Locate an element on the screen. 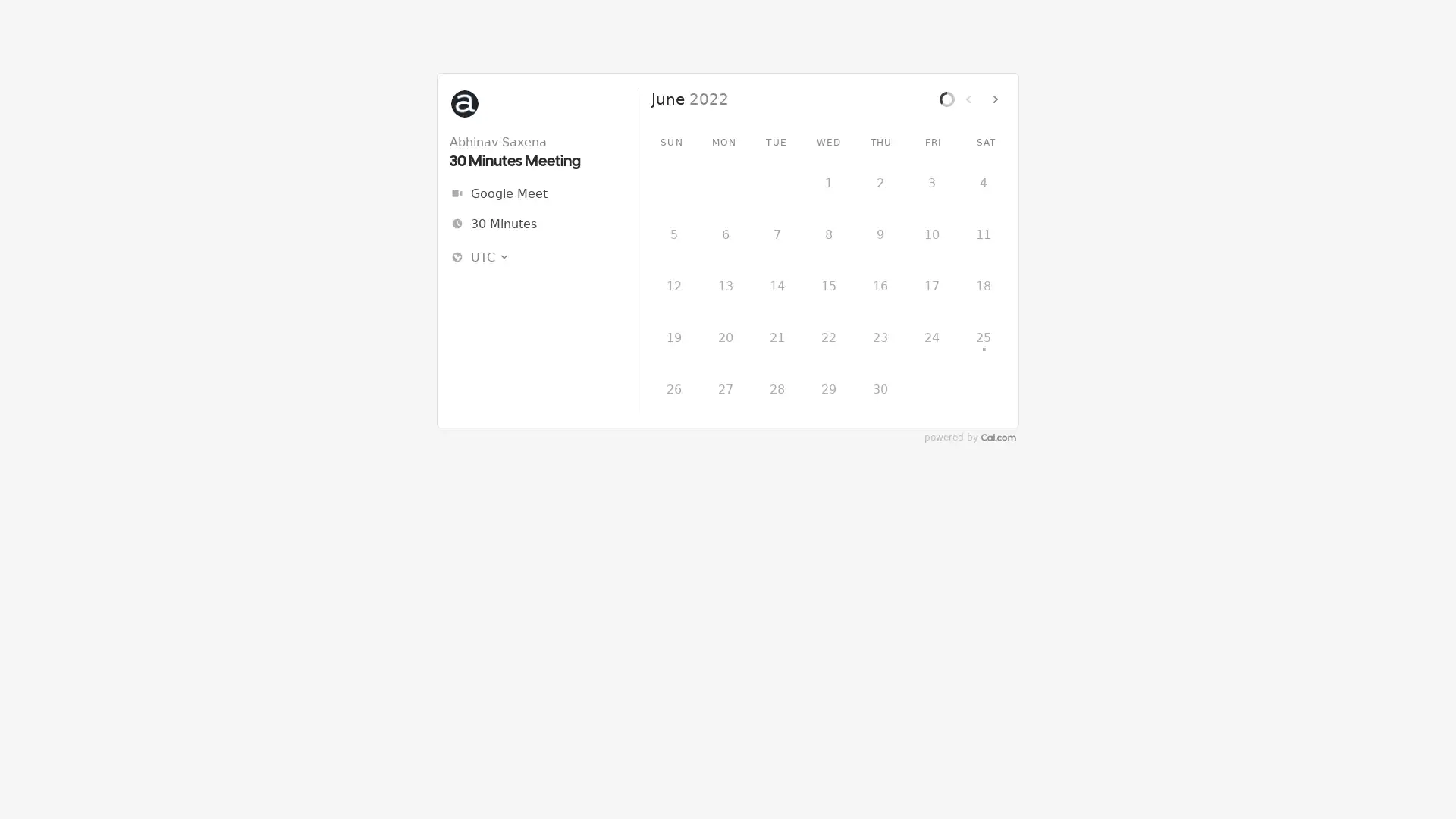  9 is located at coordinates (880, 234).